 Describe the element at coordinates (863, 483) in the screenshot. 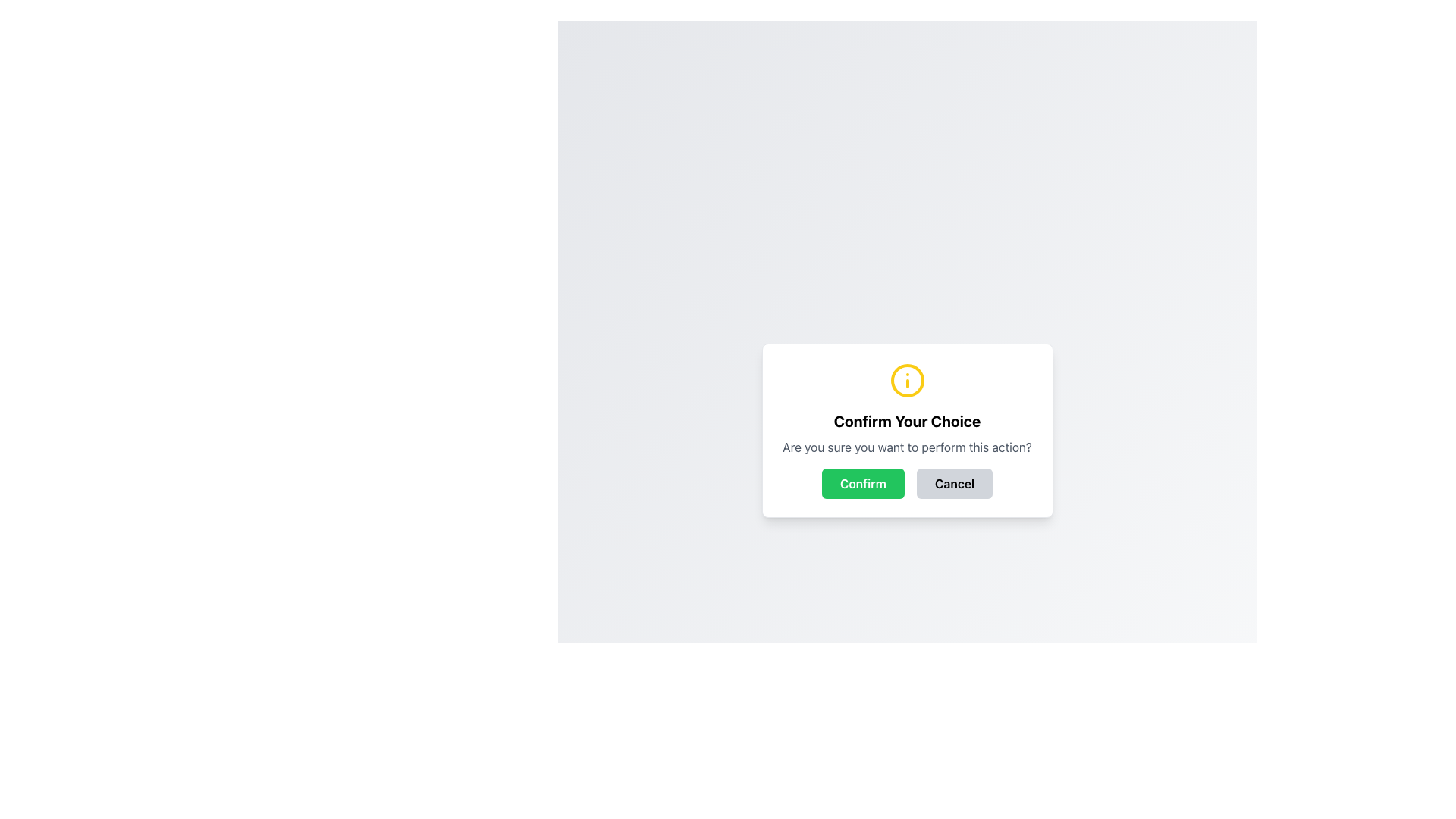

I see `the confirmation button located to the left of the 'Cancel' button, below the title 'Confirm Your Choice'` at that location.